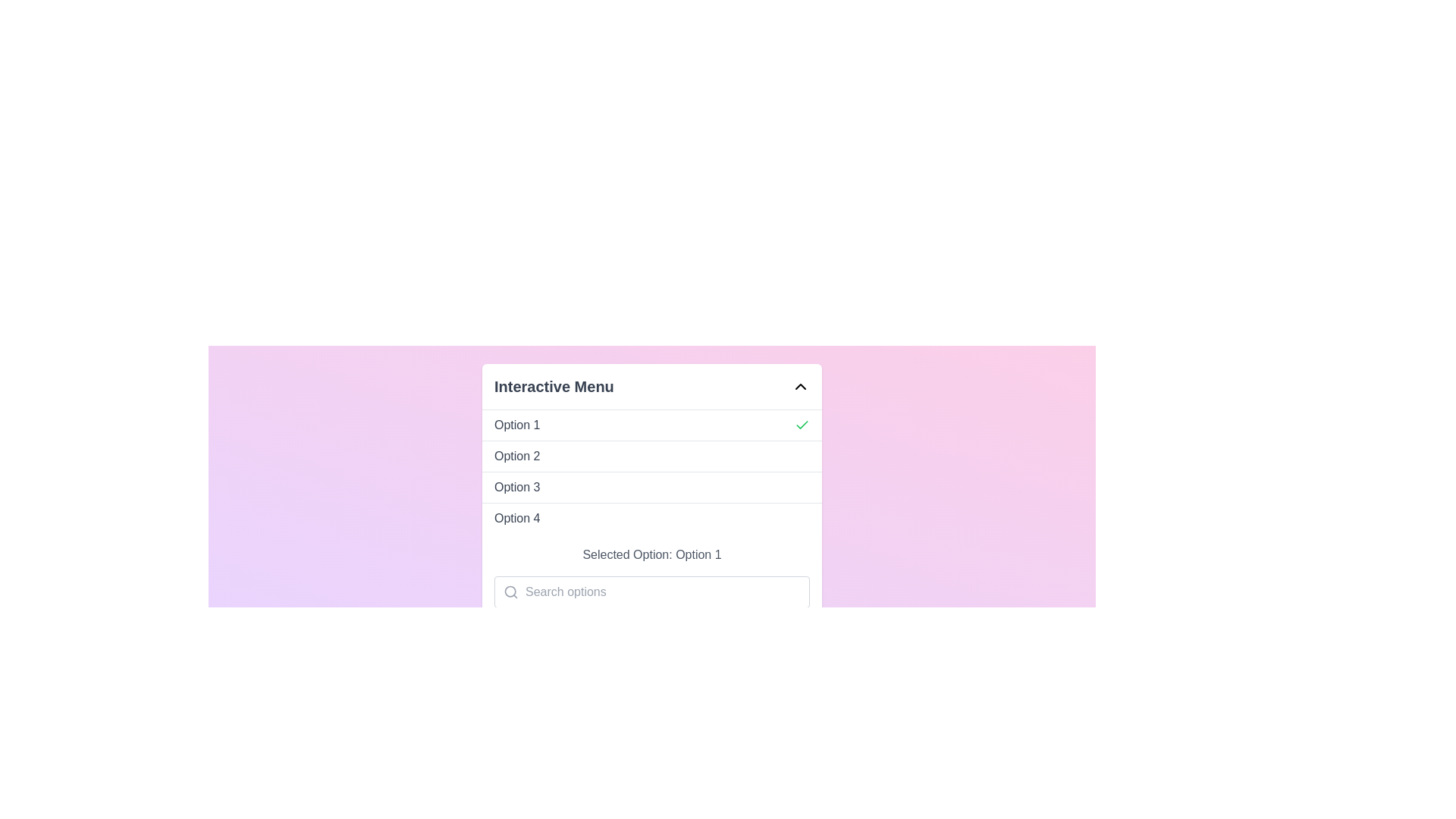 Image resolution: width=1456 pixels, height=819 pixels. What do you see at coordinates (517, 488) in the screenshot?
I see `the label for the third selectable option in the 'Interactive Menu', which is located between 'Option 2' and 'Option 4'` at bounding box center [517, 488].